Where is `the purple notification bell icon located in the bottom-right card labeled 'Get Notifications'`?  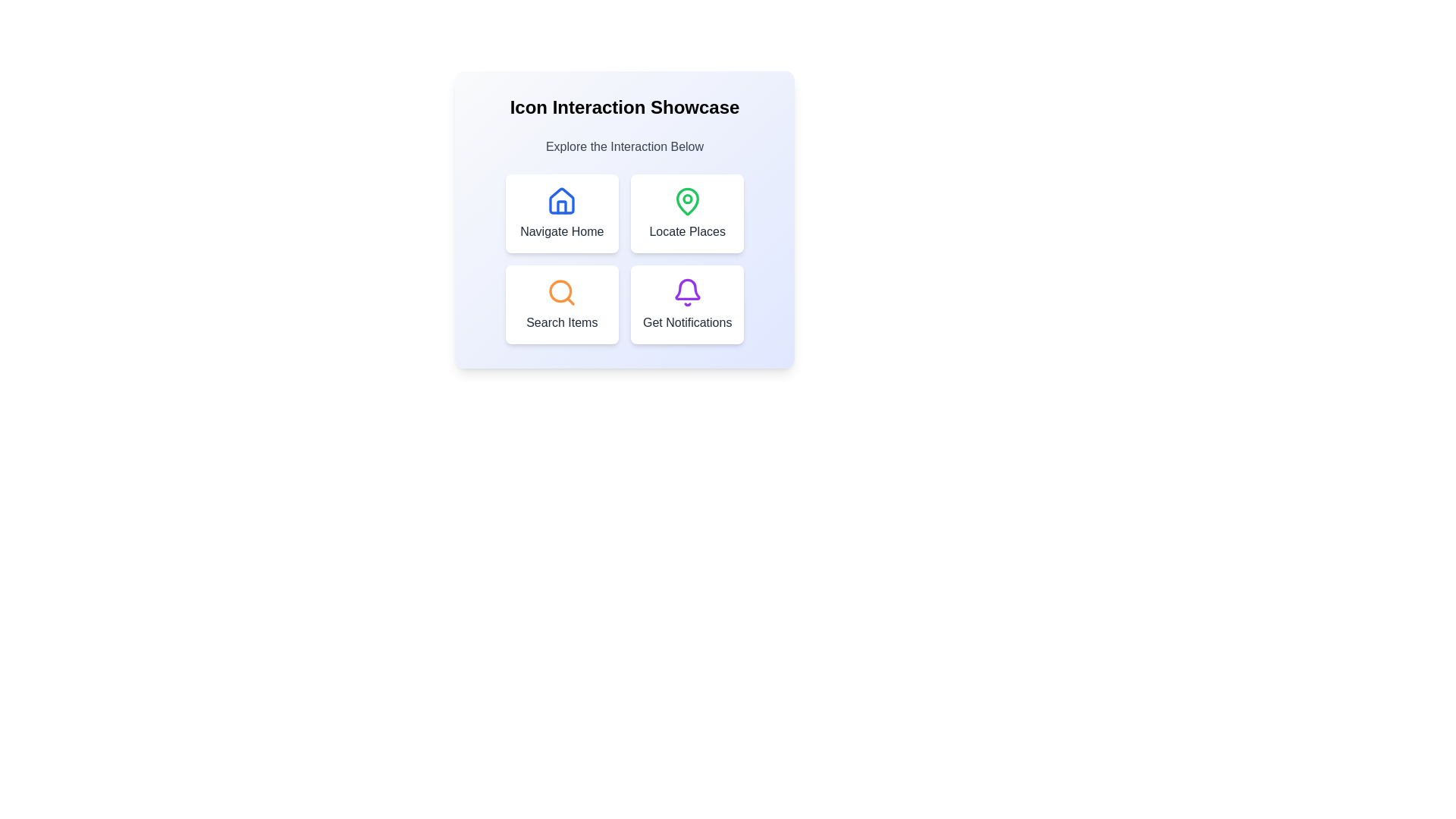
the purple notification bell icon located in the bottom-right card labeled 'Get Notifications' is located at coordinates (686, 289).